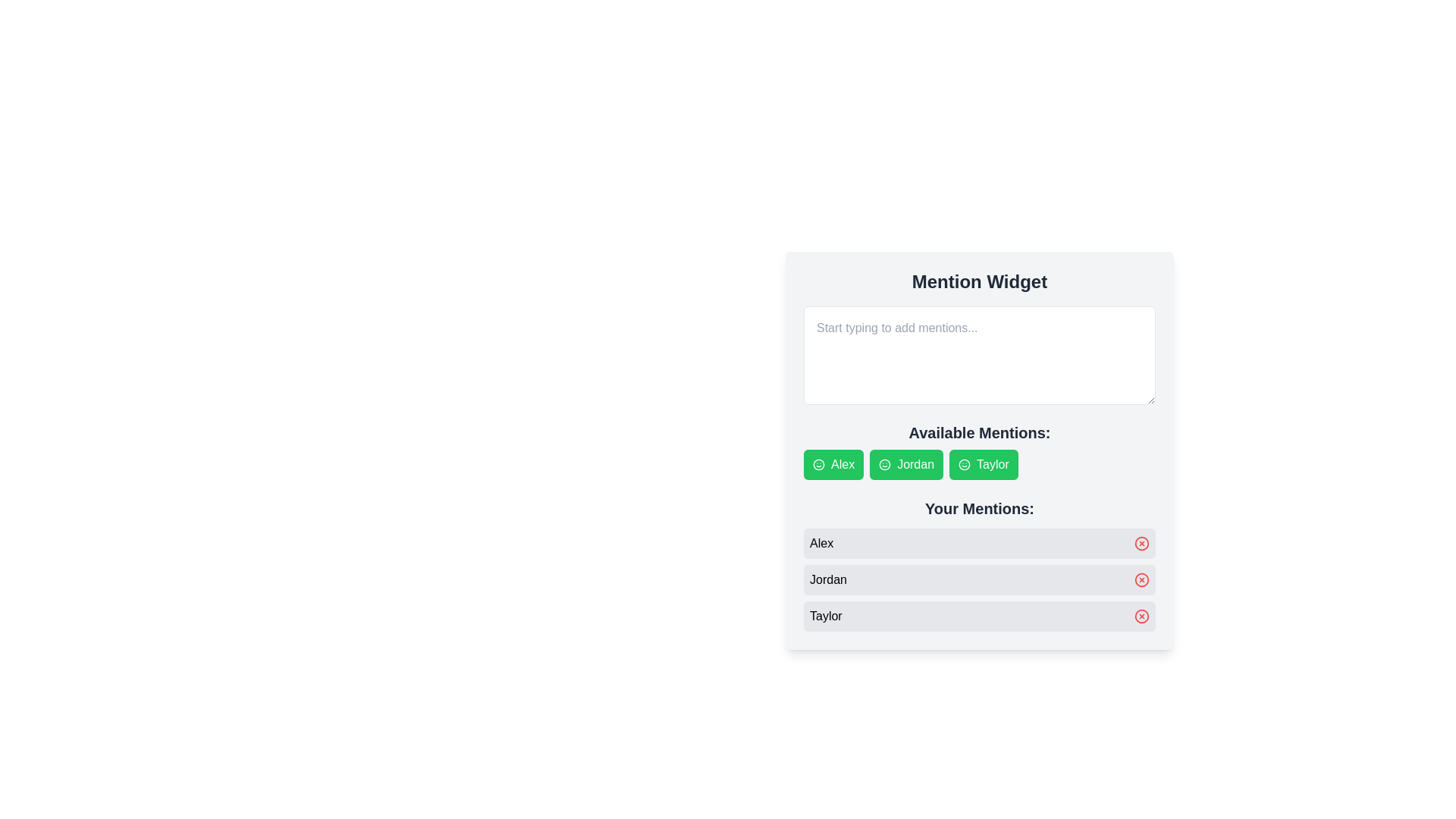  What do you see at coordinates (1142, 543) in the screenshot?
I see `the Close button, a circular red-bordered SVG element with a cross symbol, located at the end of the 'Your Mentions' list for 'Alex'` at bounding box center [1142, 543].